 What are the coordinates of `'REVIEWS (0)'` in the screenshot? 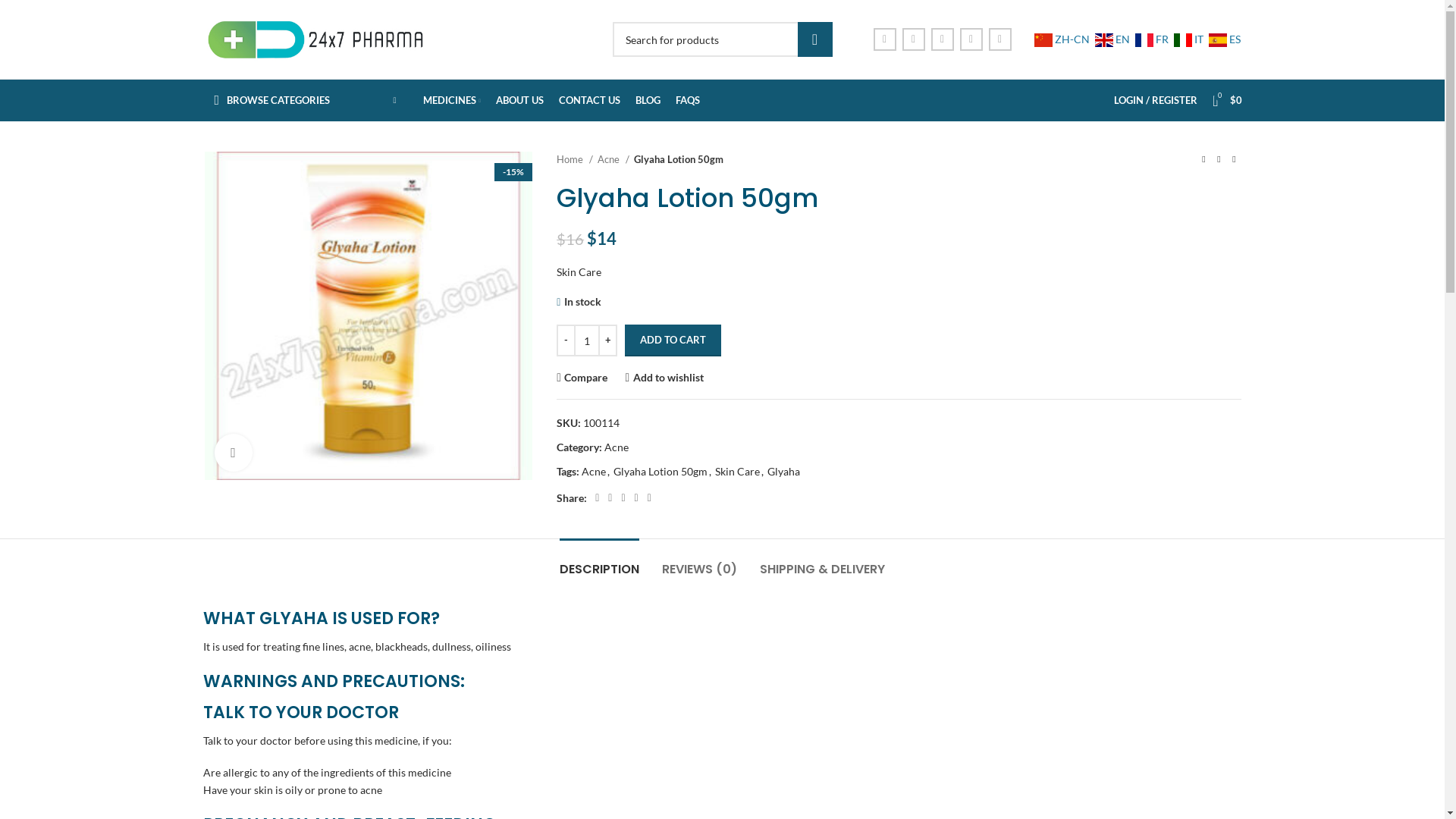 It's located at (698, 561).